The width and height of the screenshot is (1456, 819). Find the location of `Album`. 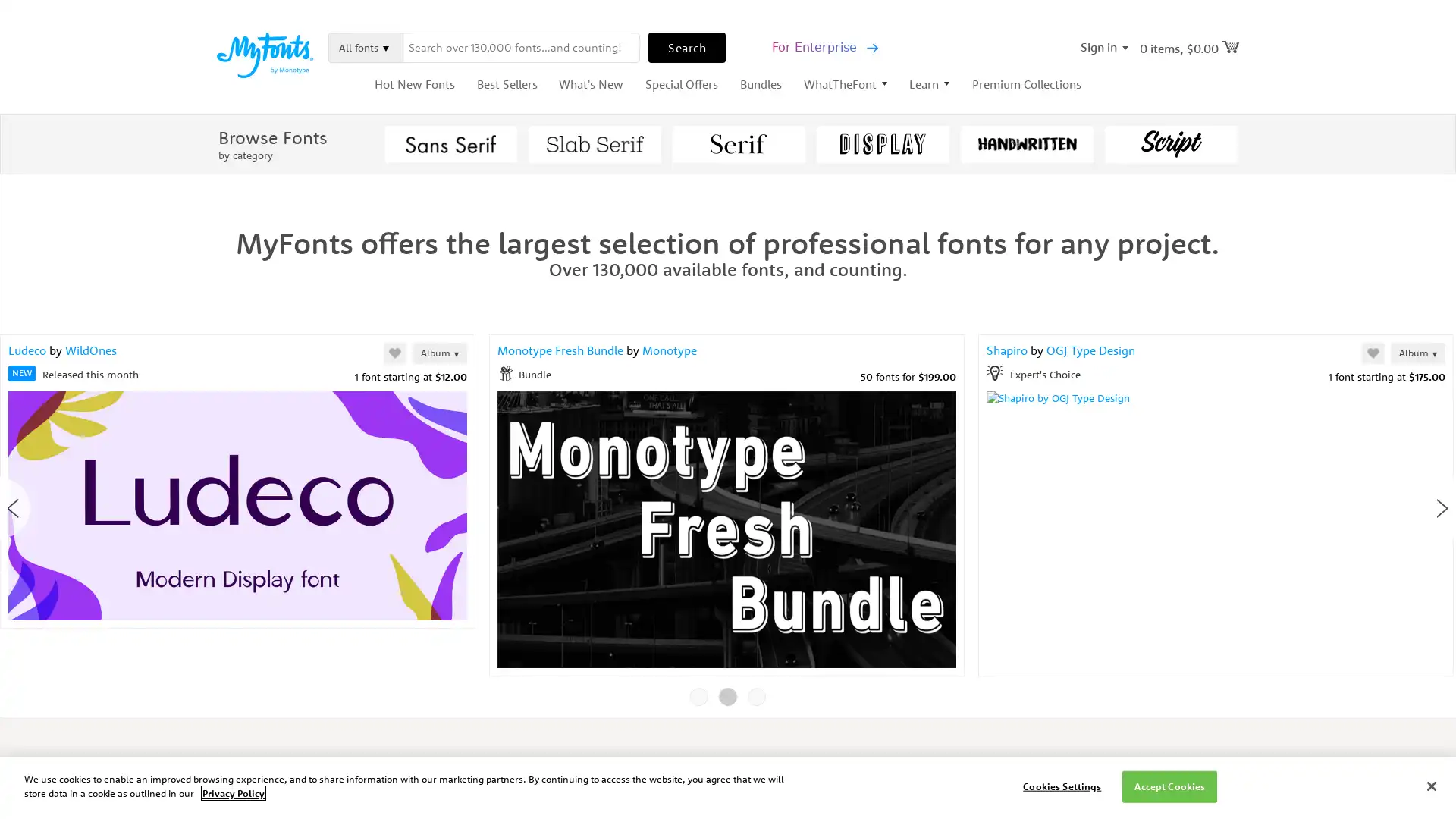

Album is located at coordinates (474, 353).